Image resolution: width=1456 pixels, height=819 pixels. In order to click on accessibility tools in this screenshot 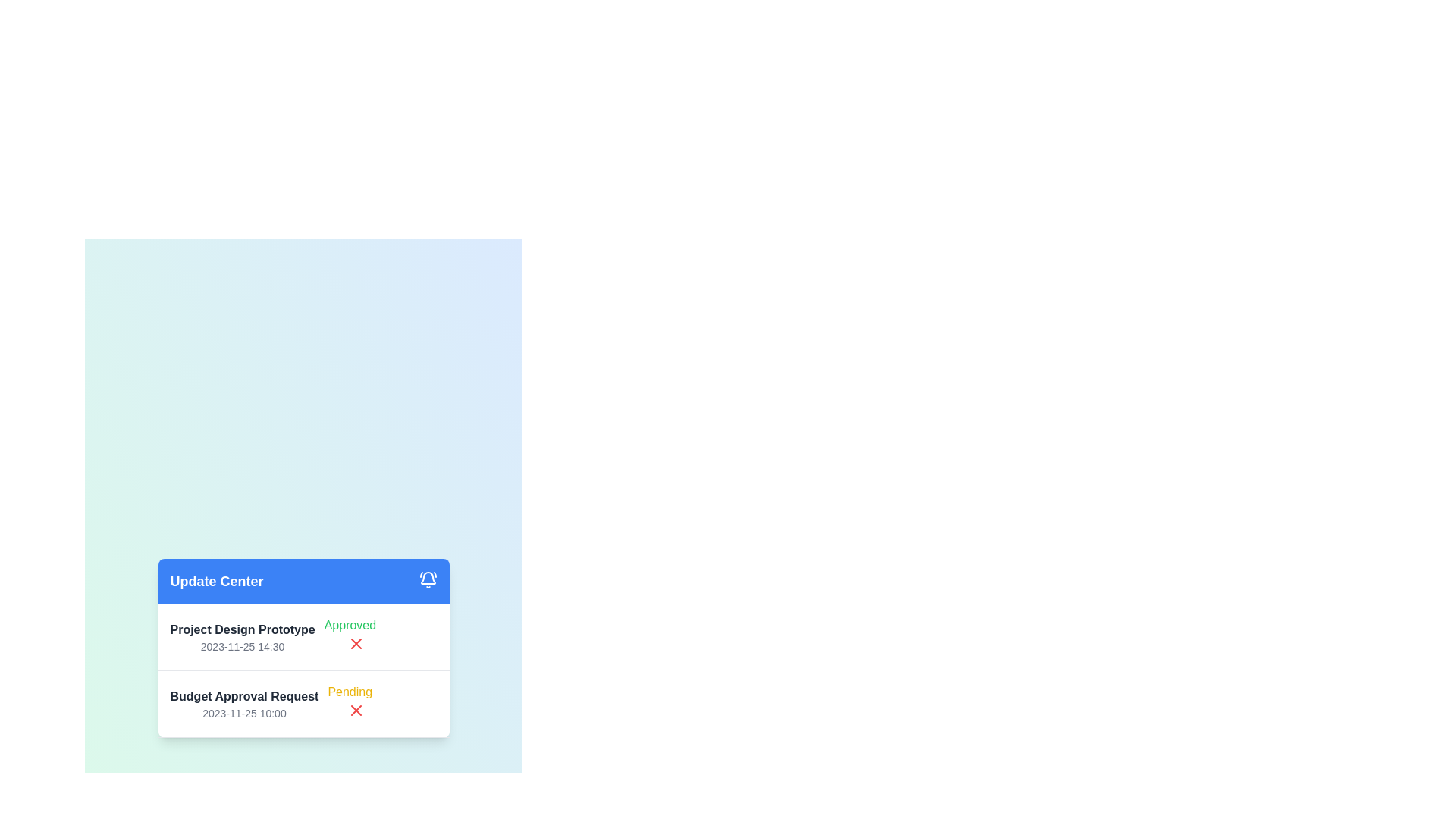, I will do `click(243, 637)`.